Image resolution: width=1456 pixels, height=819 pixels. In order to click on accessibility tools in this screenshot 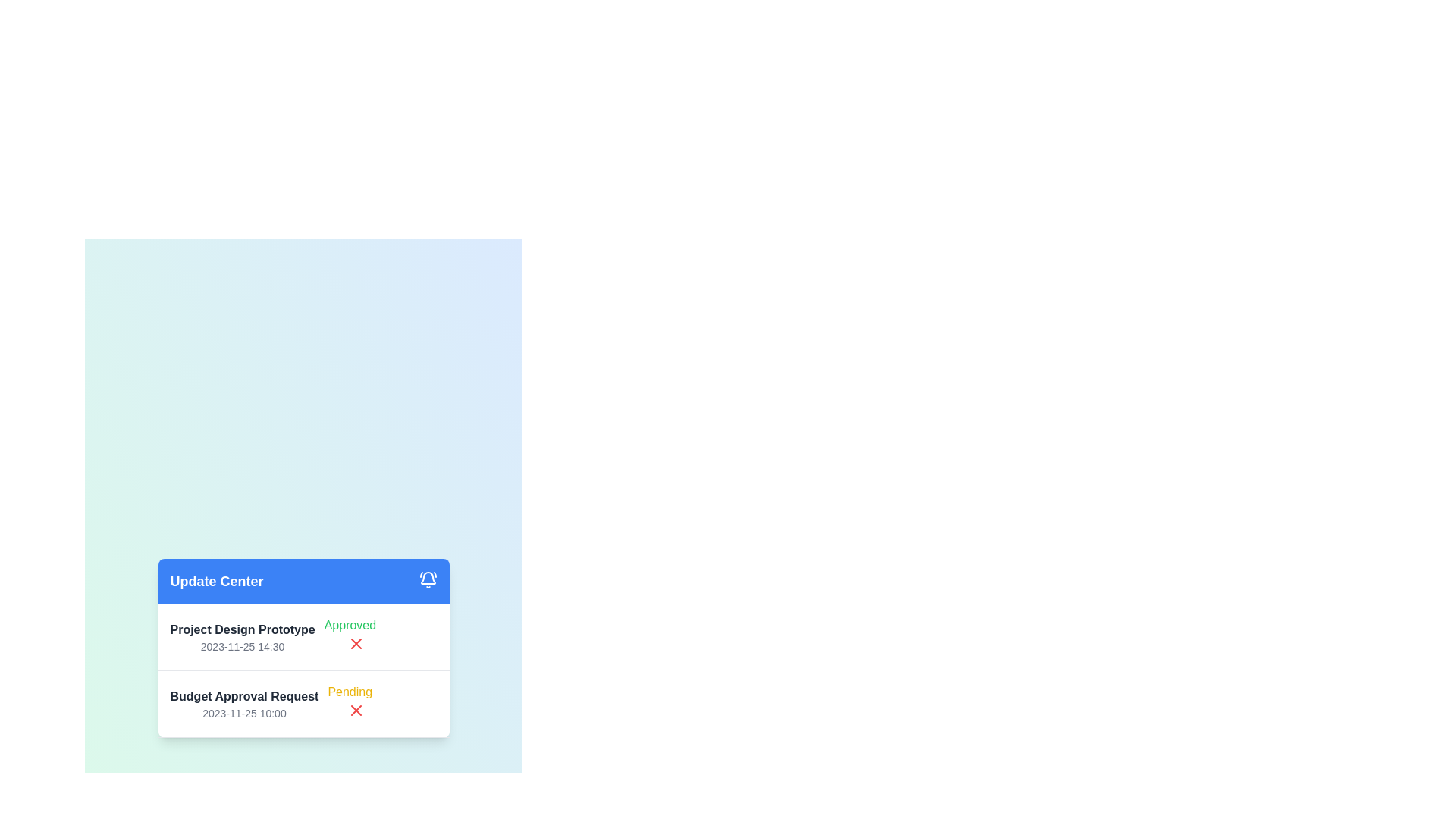, I will do `click(243, 637)`.